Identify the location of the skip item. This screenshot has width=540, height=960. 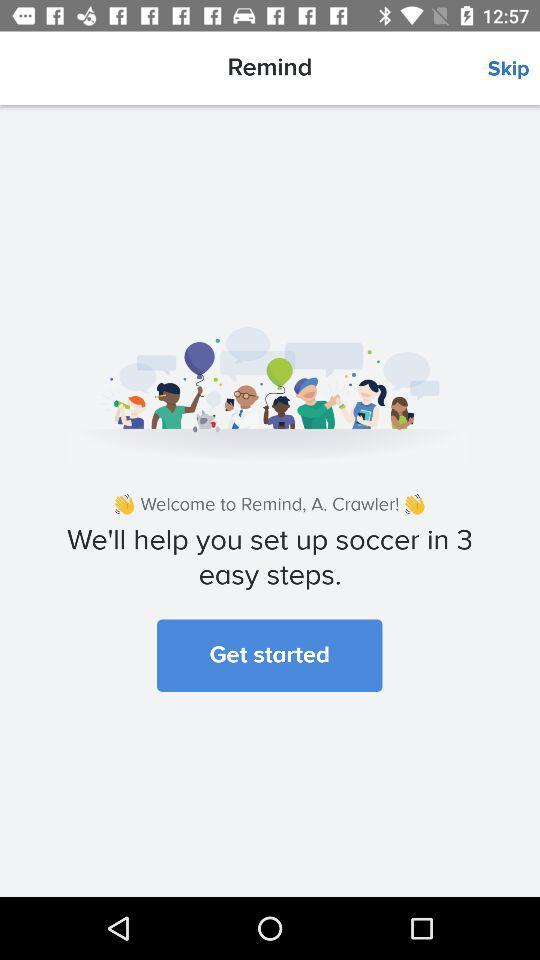
(513, 69).